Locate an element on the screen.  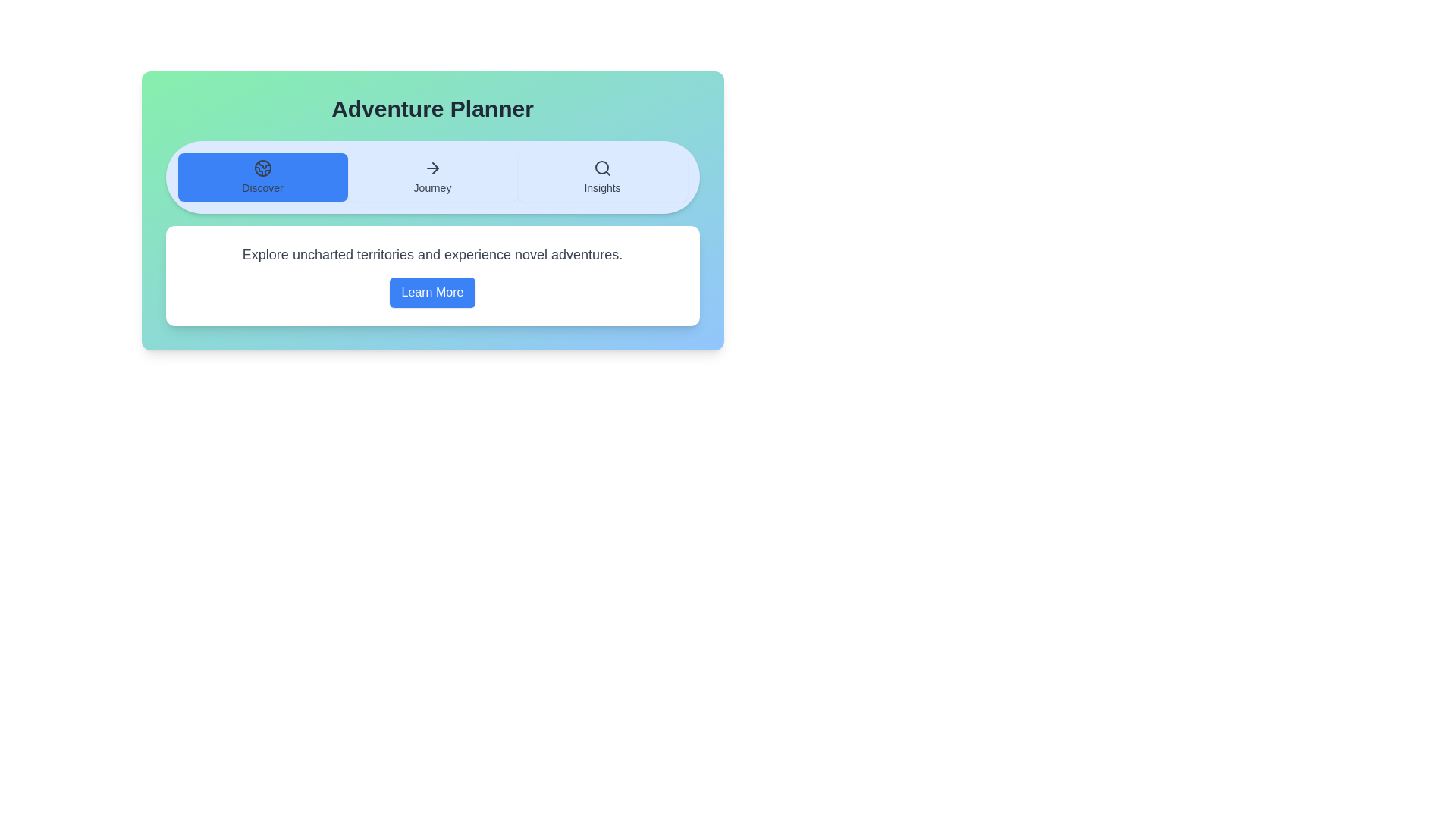
the text content of the 'Journey' tab label located in the center tab of the top navigation panel, which is aligned with the 'Discover' and 'Insights' tabs is located at coordinates (431, 187).